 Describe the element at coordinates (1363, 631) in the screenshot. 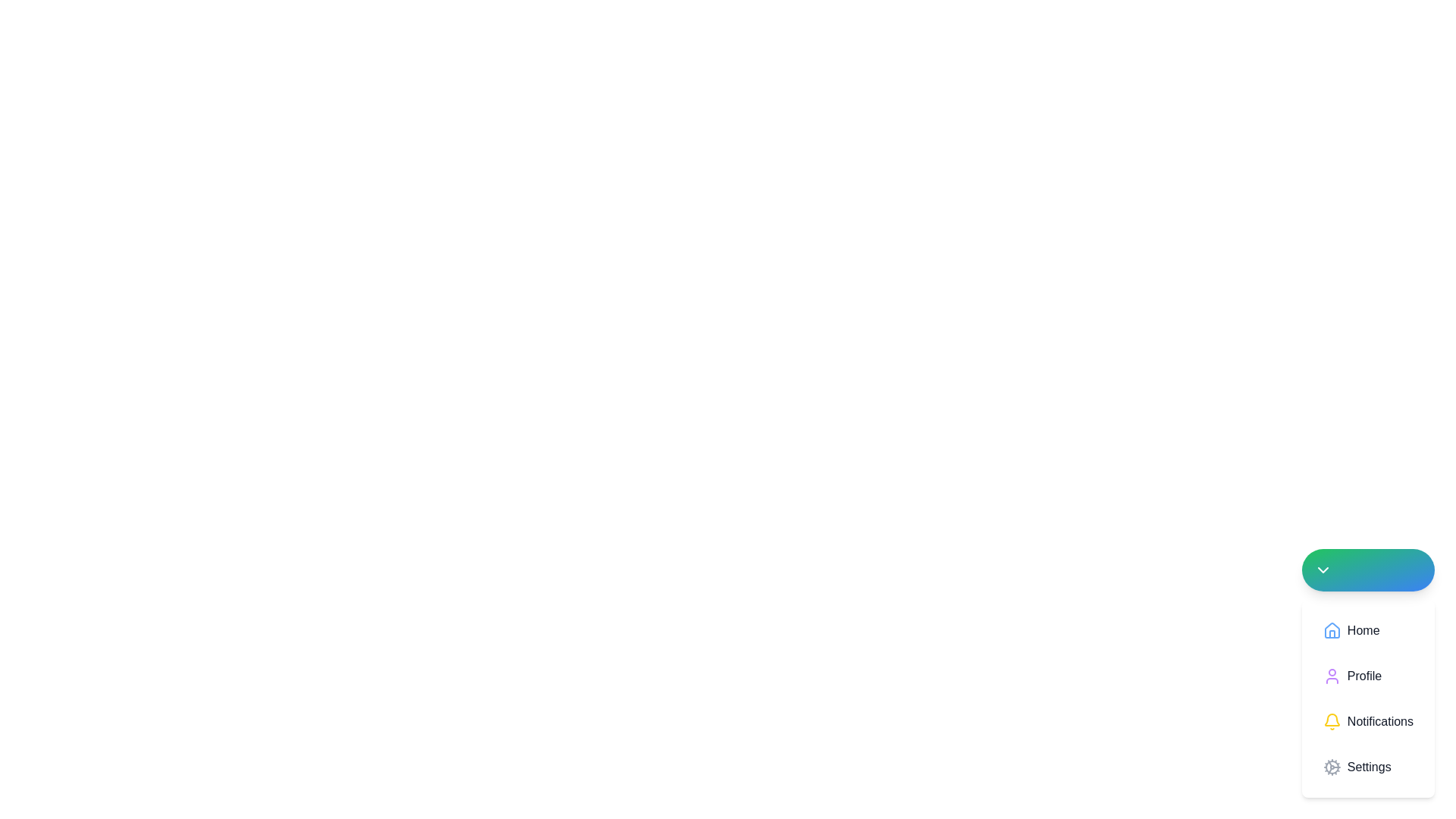

I see `the 'Home' label in the vertical menu, which is positioned to the right of the house icon` at that location.